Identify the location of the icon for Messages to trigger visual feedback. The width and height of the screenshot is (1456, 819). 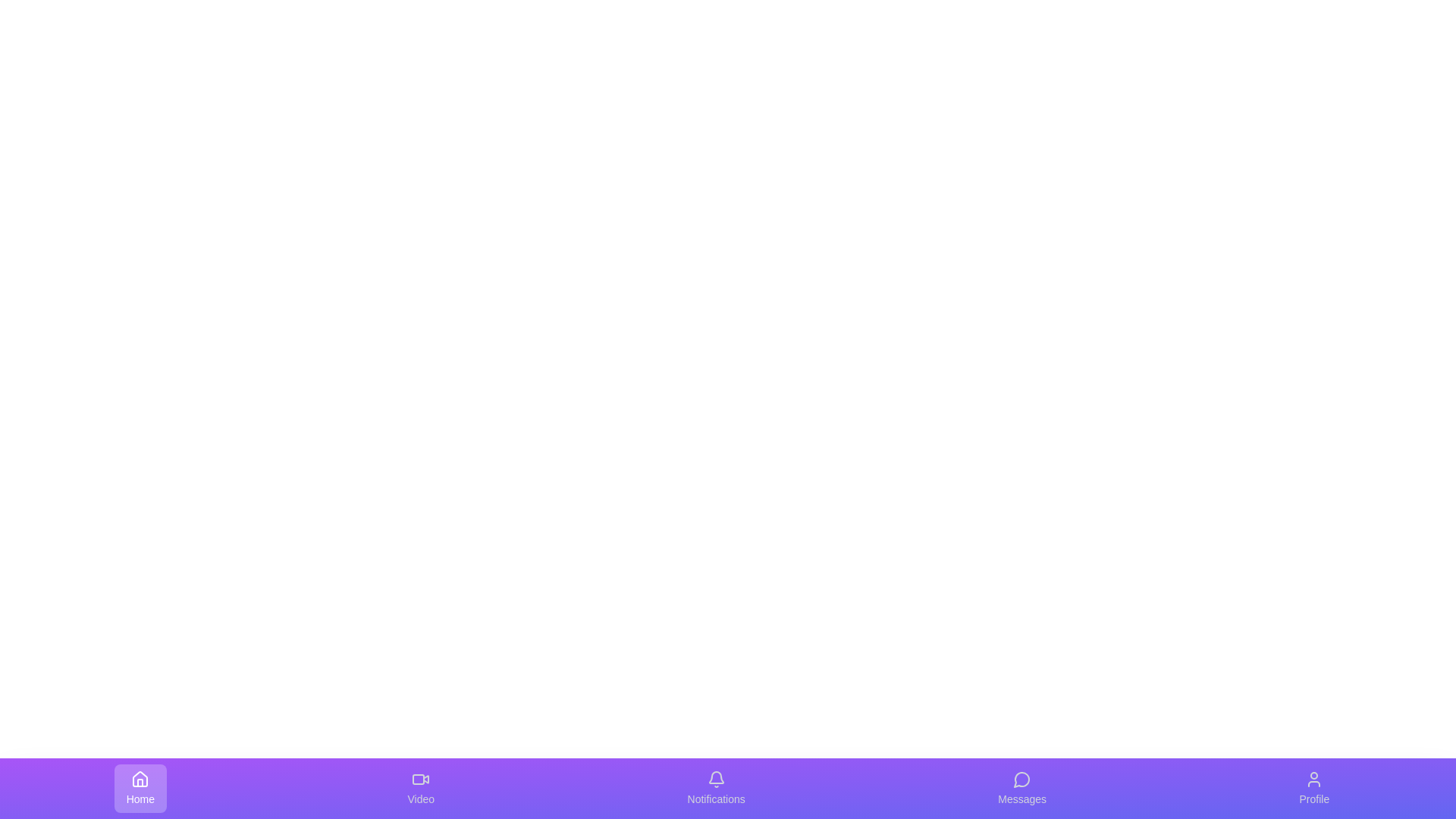
(1022, 788).